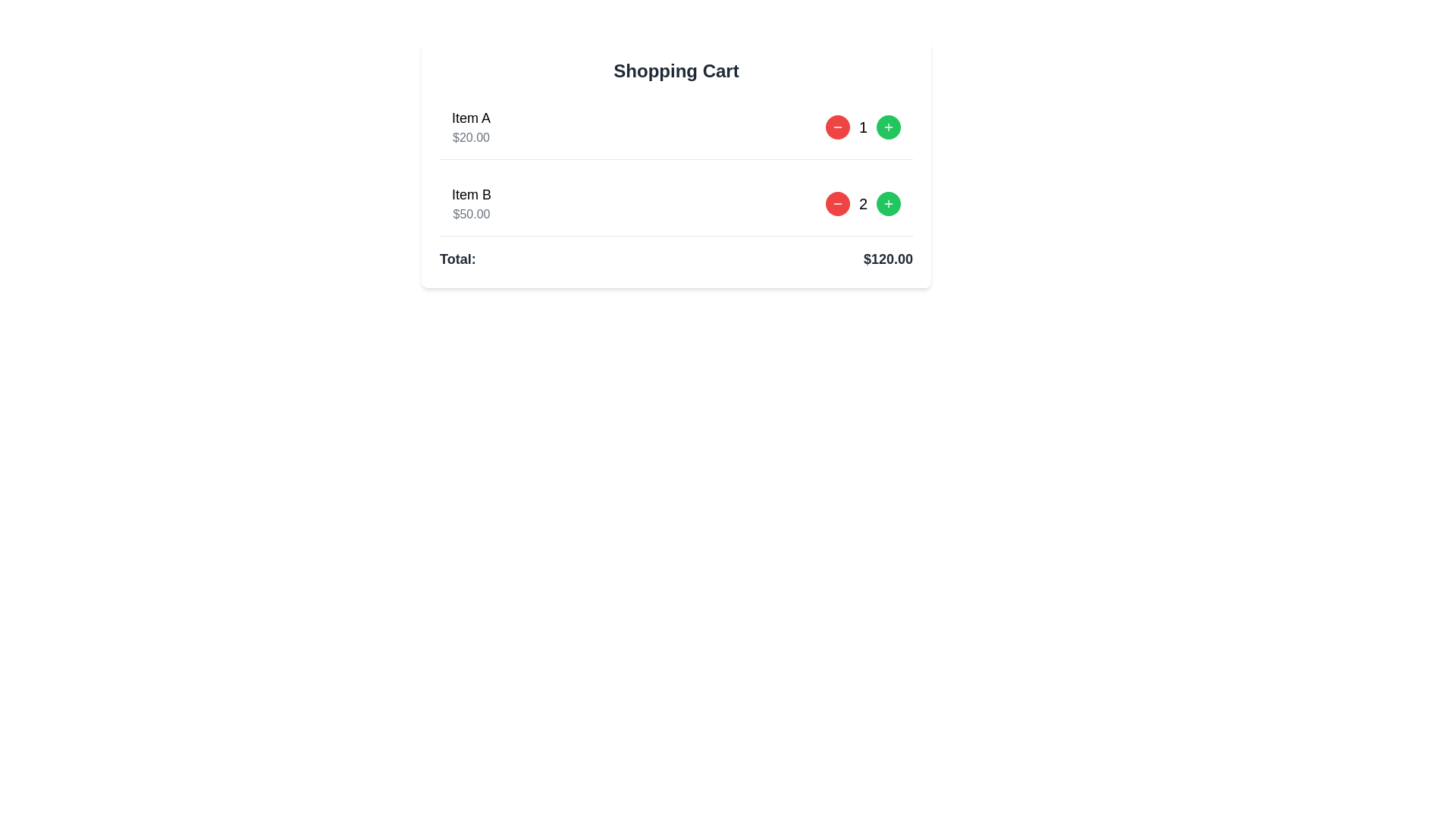 This screenshot has width=1456, height=819. I want to click on the text label 'Total:' which is a bold, dark gray font located in the shopping cart summary section, so click(457, 259).